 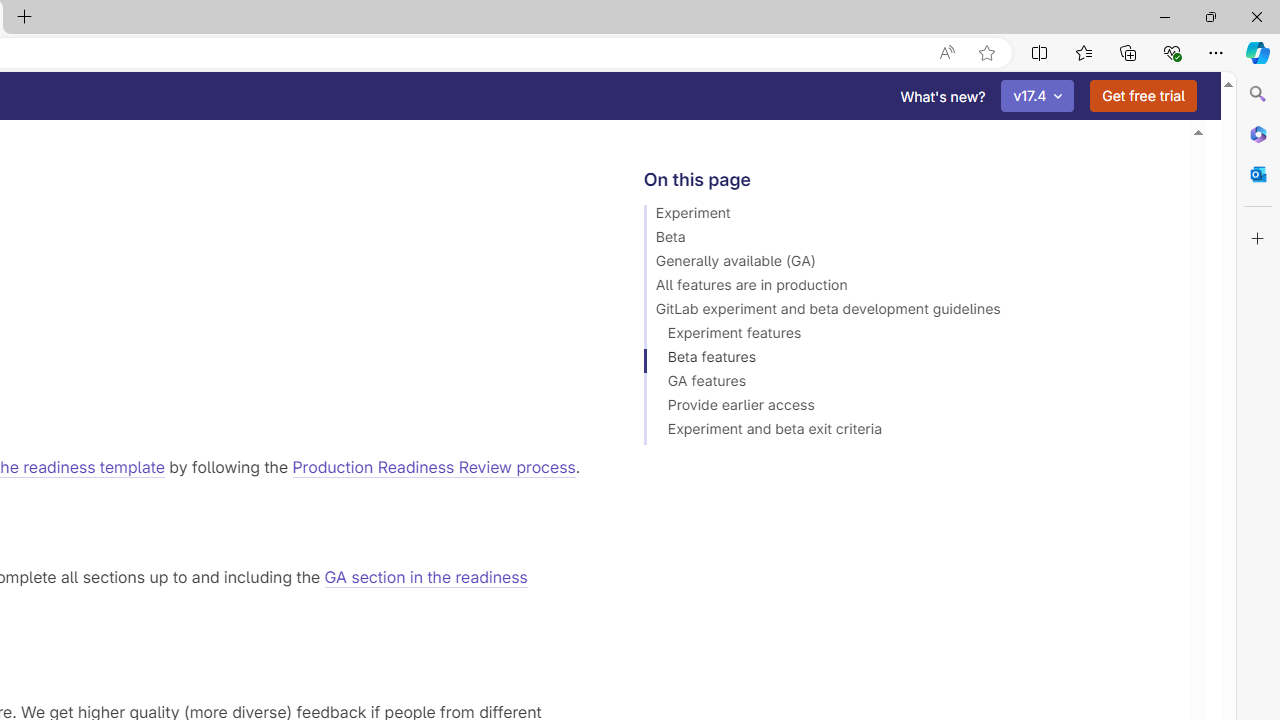 I want to click on 'Beta', so click(x=907, y=239).